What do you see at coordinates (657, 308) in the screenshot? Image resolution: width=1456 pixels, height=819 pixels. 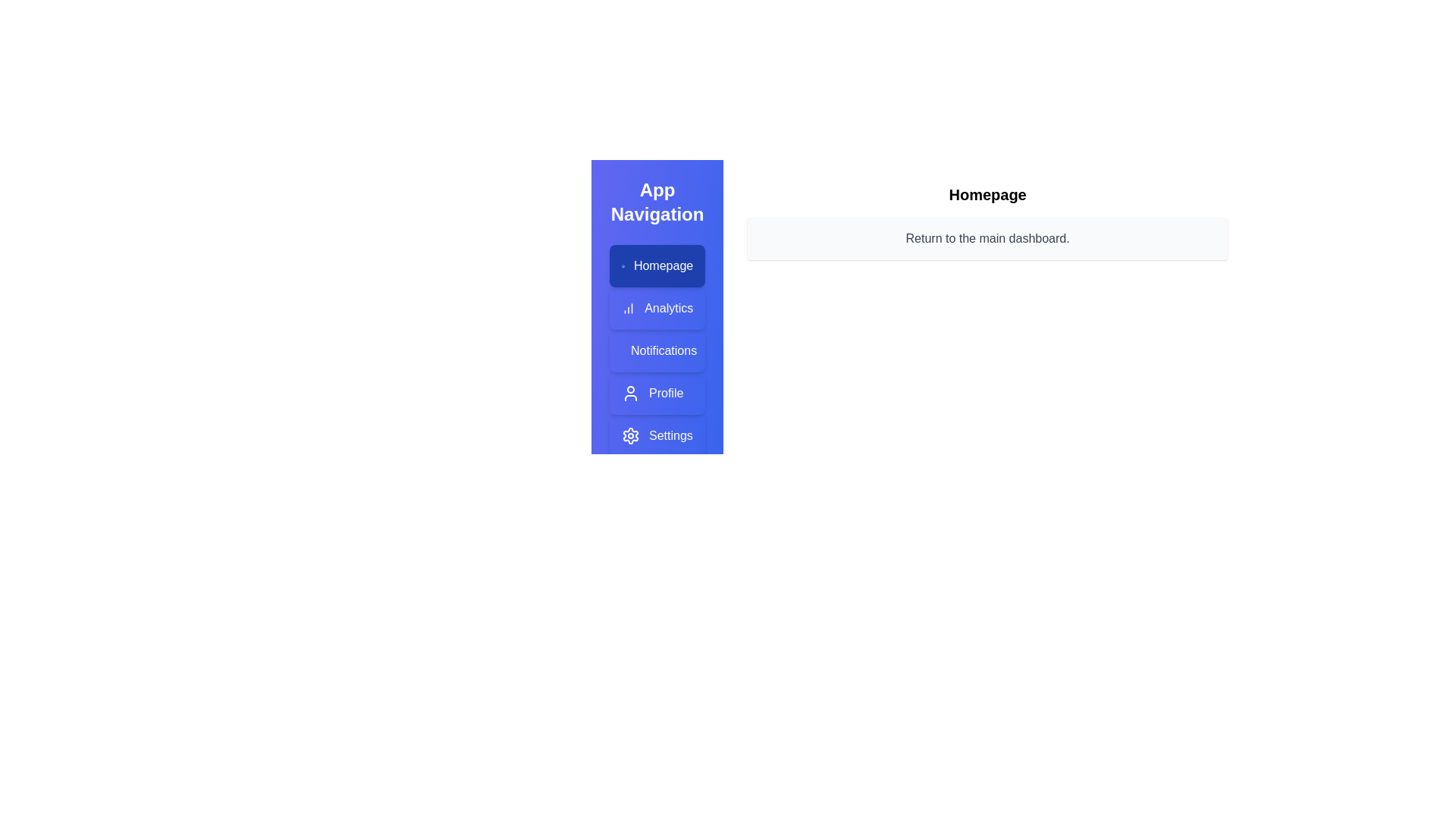 I see `the navigation button located in the vertical menu` at bounding box center [657, 308].